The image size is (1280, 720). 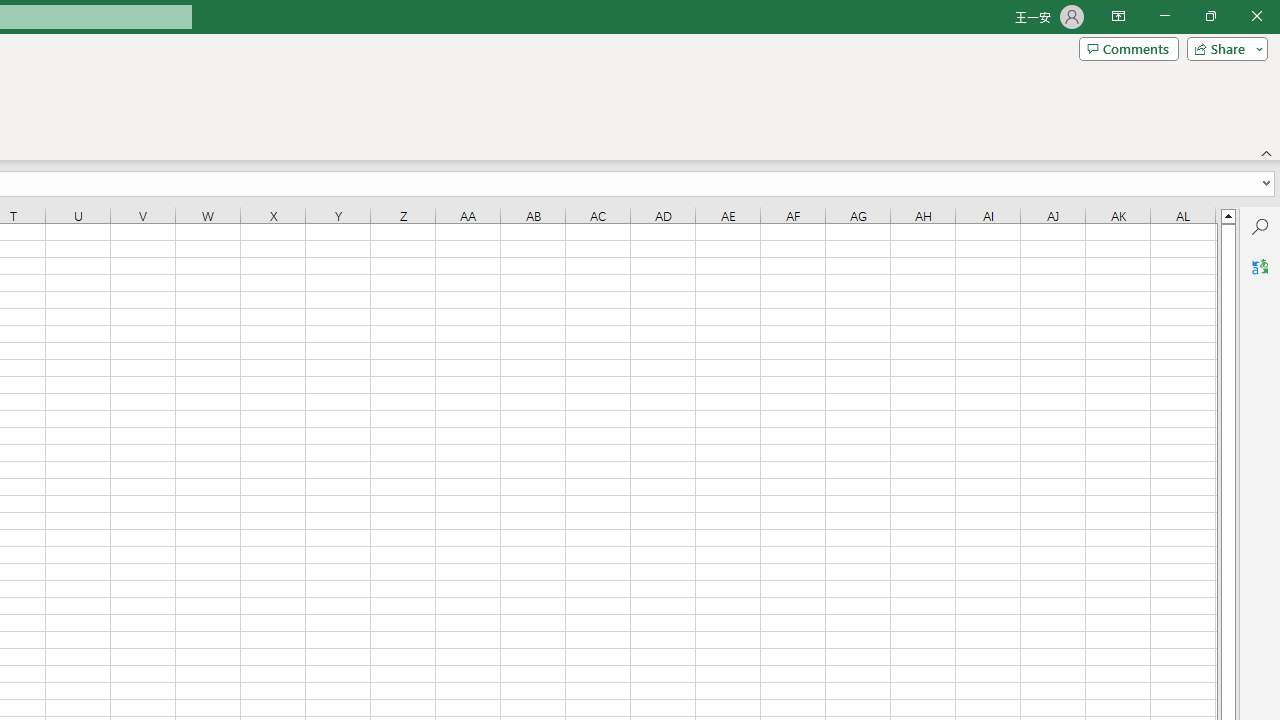 I want to click on 'Comments', so click(x=1128, y=47).